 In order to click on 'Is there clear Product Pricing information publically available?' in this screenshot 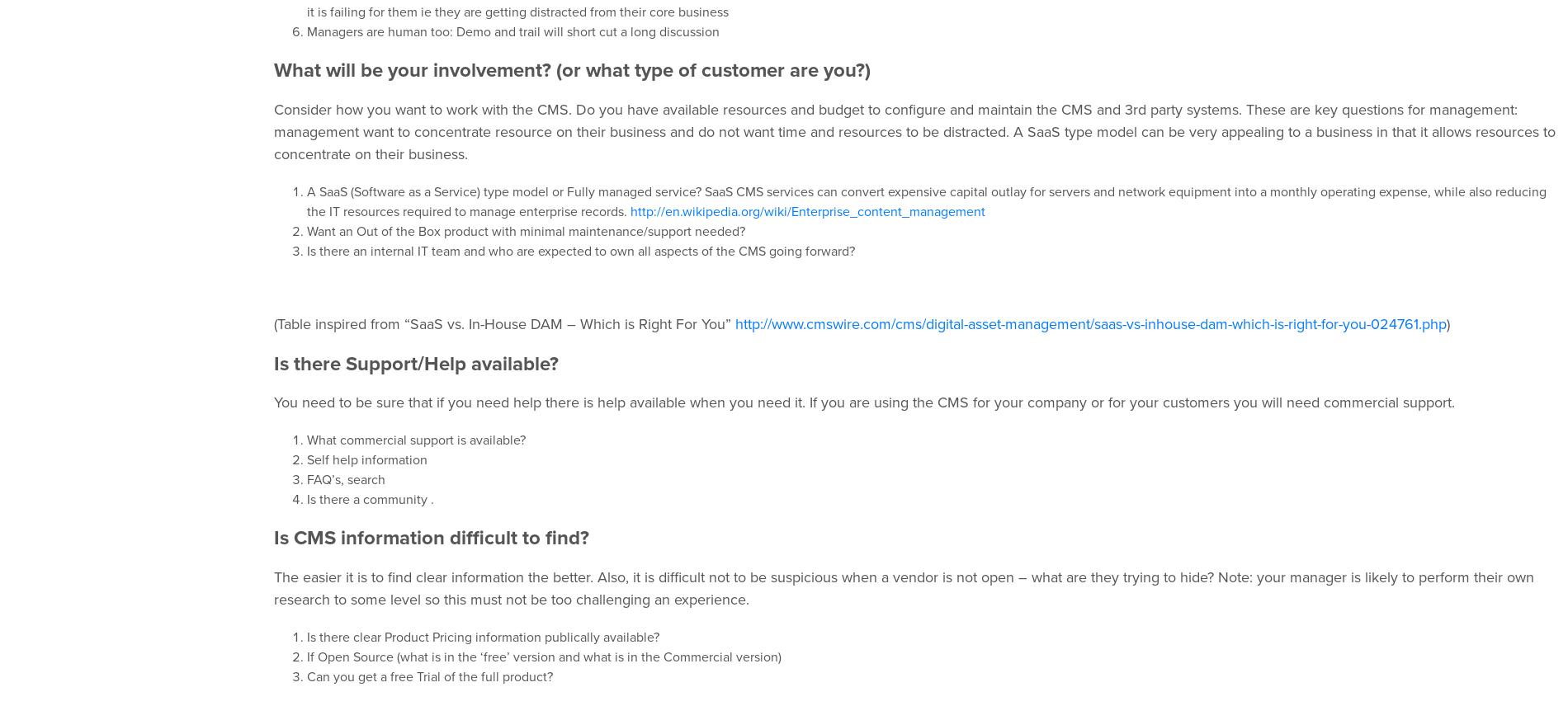, I will do `click(482, 636)`.